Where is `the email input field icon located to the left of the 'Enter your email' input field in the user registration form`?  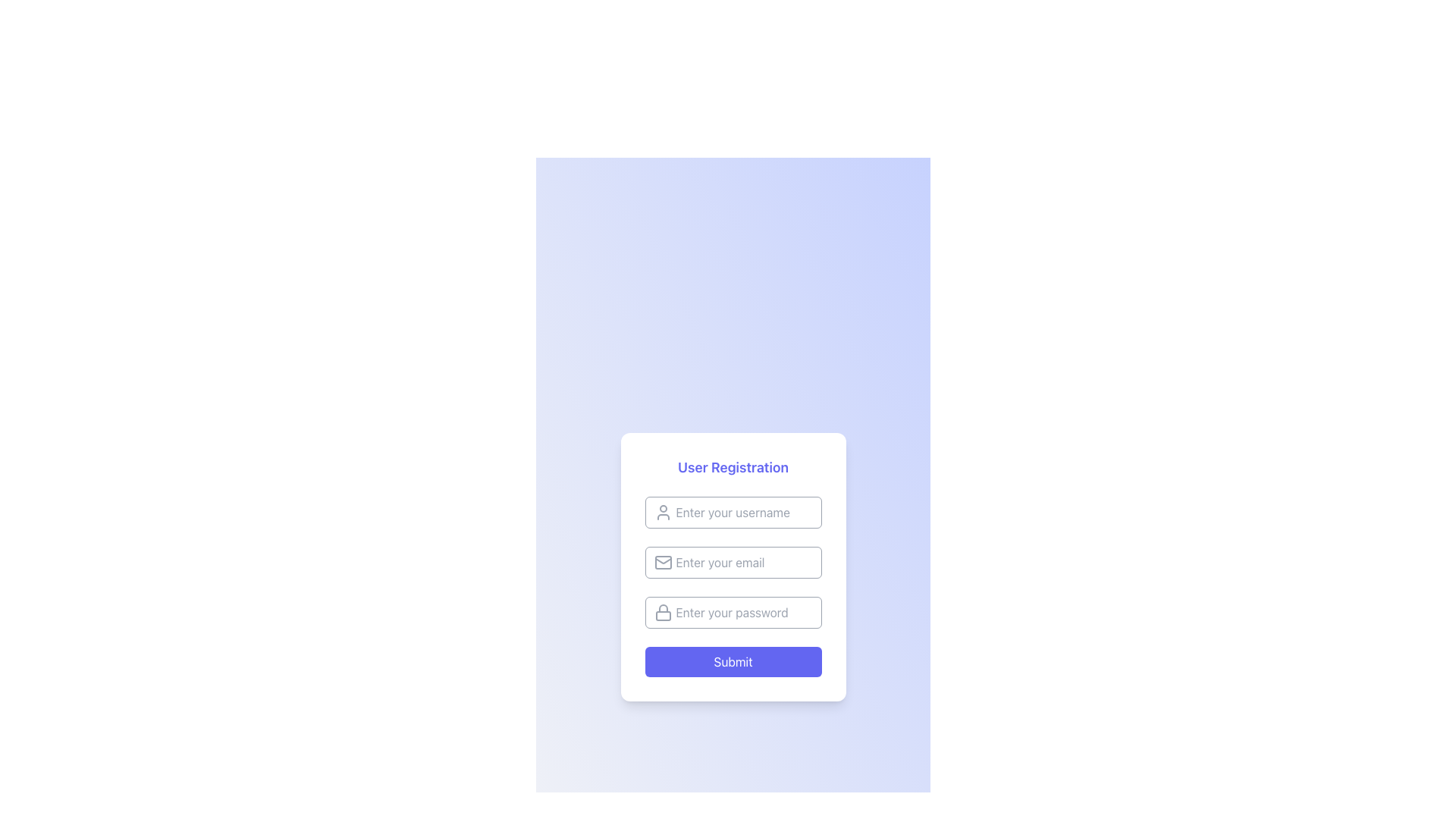 the email input field icon located to the left of the 'Enter your email' input field in the user registration form is located at coordinates (663, 562).